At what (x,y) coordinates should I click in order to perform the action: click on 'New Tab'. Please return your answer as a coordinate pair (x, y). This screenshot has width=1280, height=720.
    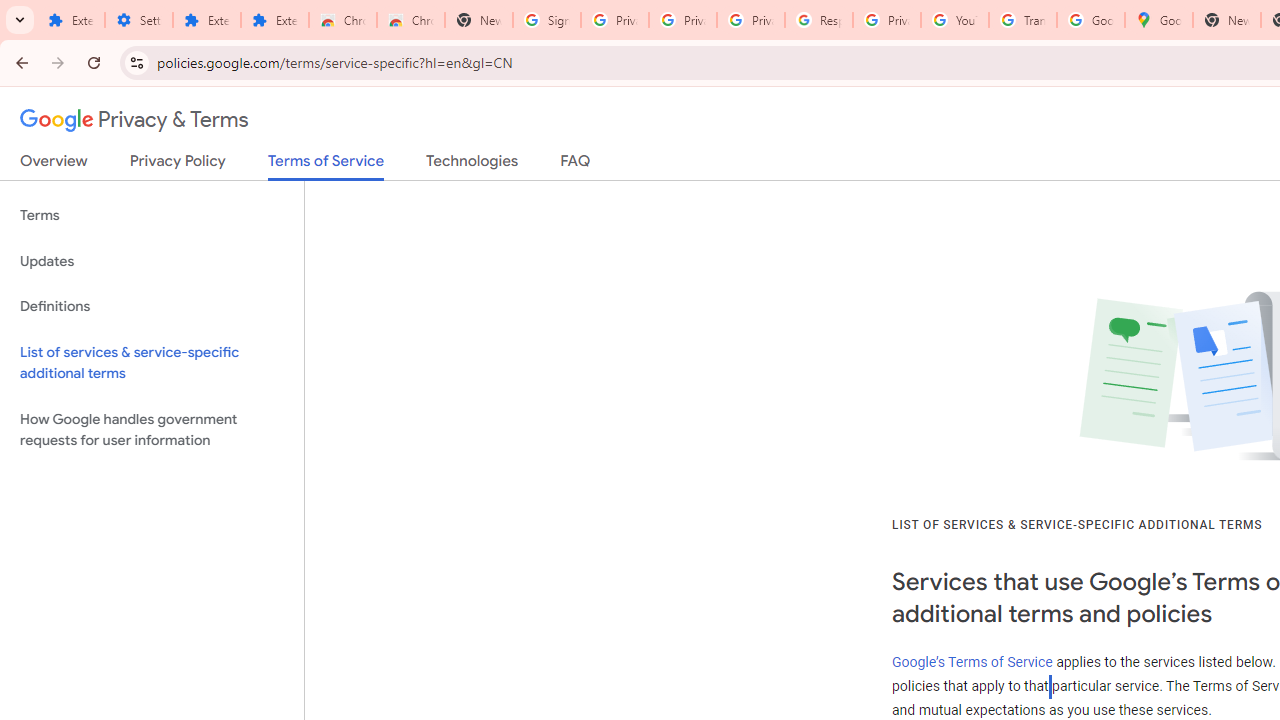
    Looking at the image, I should click on (478, 20).